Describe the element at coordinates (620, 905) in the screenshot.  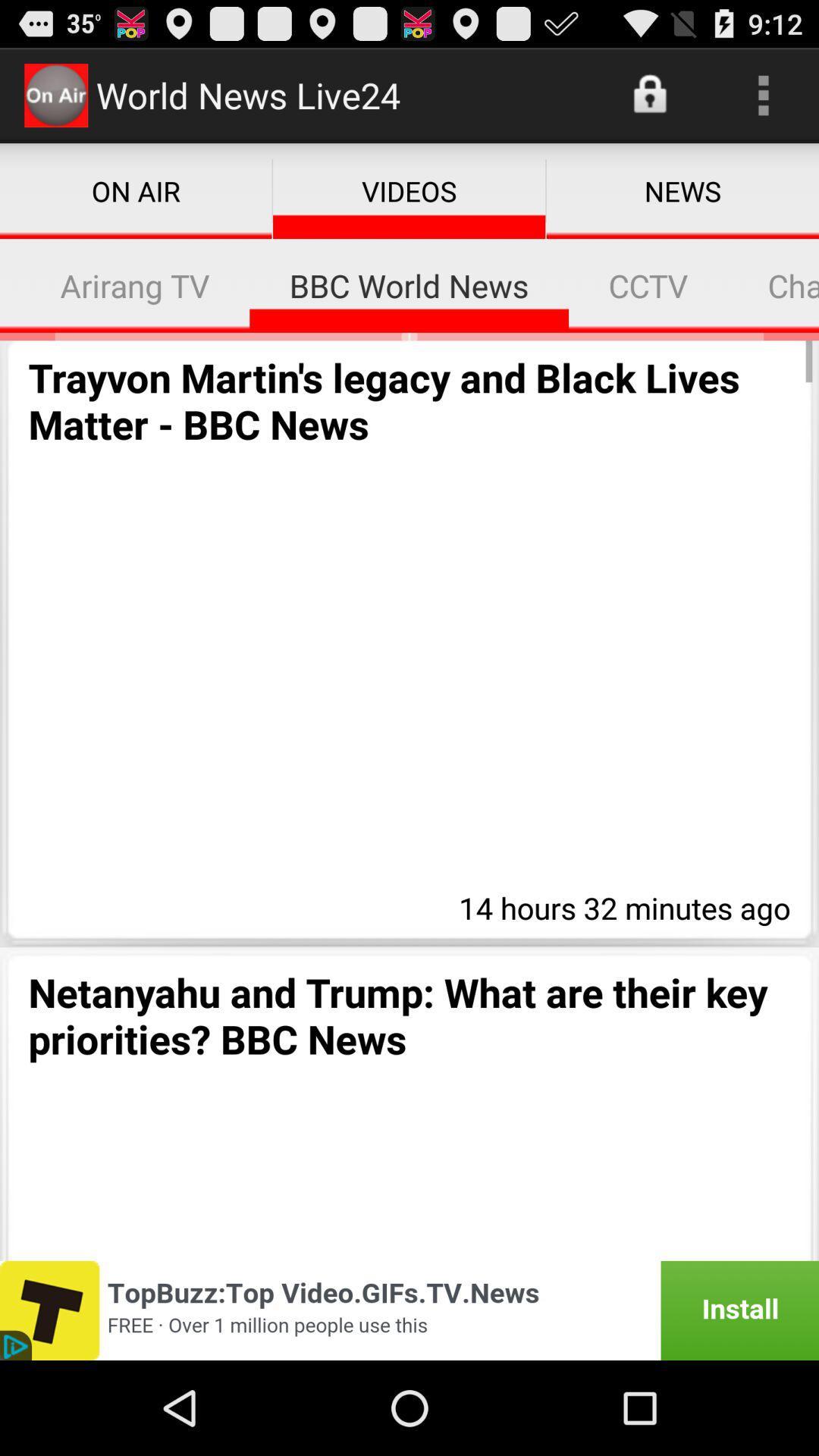
I see `the 14 hours 32 item` at that location.